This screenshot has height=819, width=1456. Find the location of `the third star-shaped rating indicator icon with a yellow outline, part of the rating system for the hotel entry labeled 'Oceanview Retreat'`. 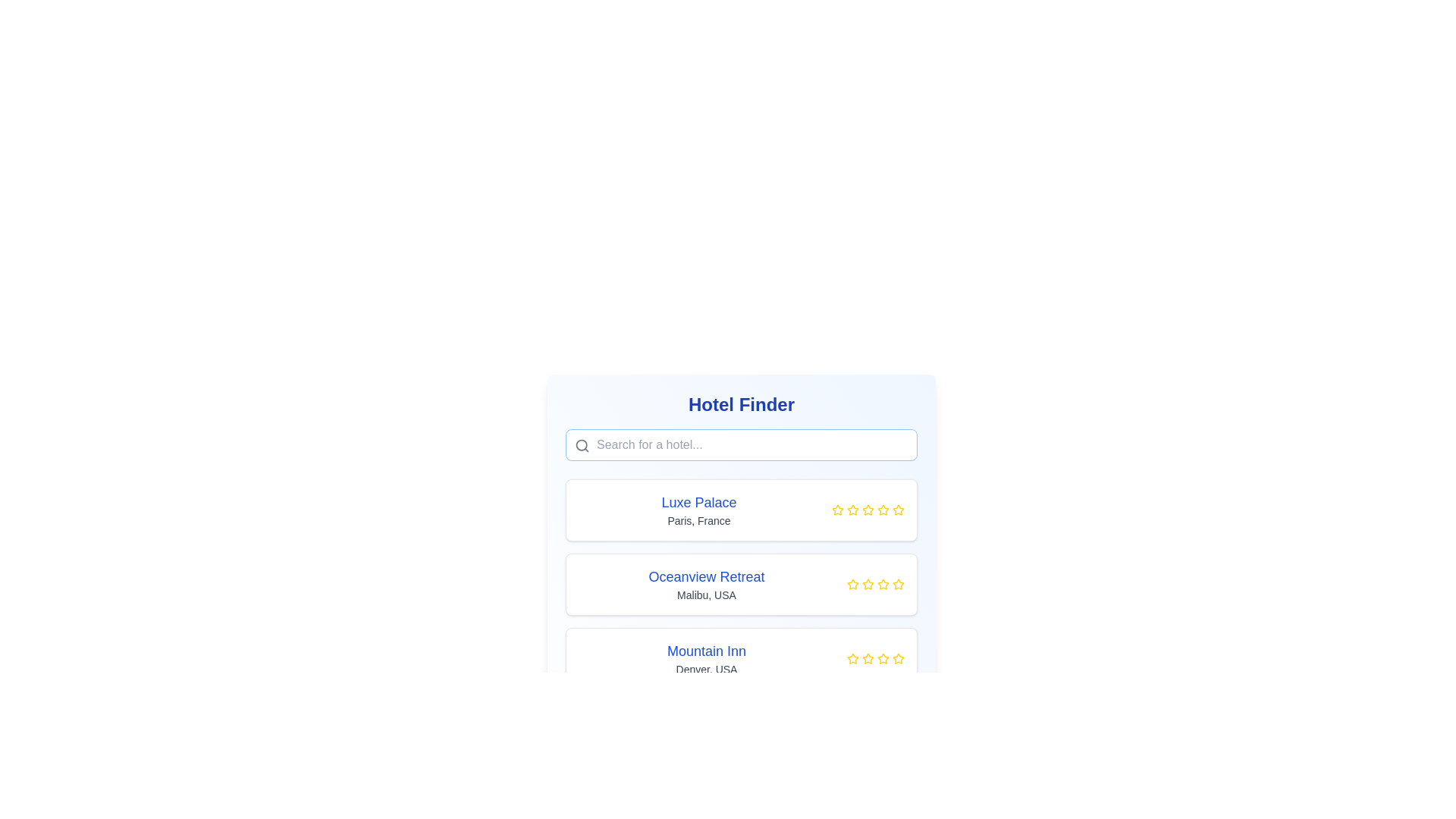

the third star-shaped rating indicator icon with a yellow outline, part of the rating system for the hotel entry labeled 'Oceanview Retreat' is located at coordinates (868, 584).